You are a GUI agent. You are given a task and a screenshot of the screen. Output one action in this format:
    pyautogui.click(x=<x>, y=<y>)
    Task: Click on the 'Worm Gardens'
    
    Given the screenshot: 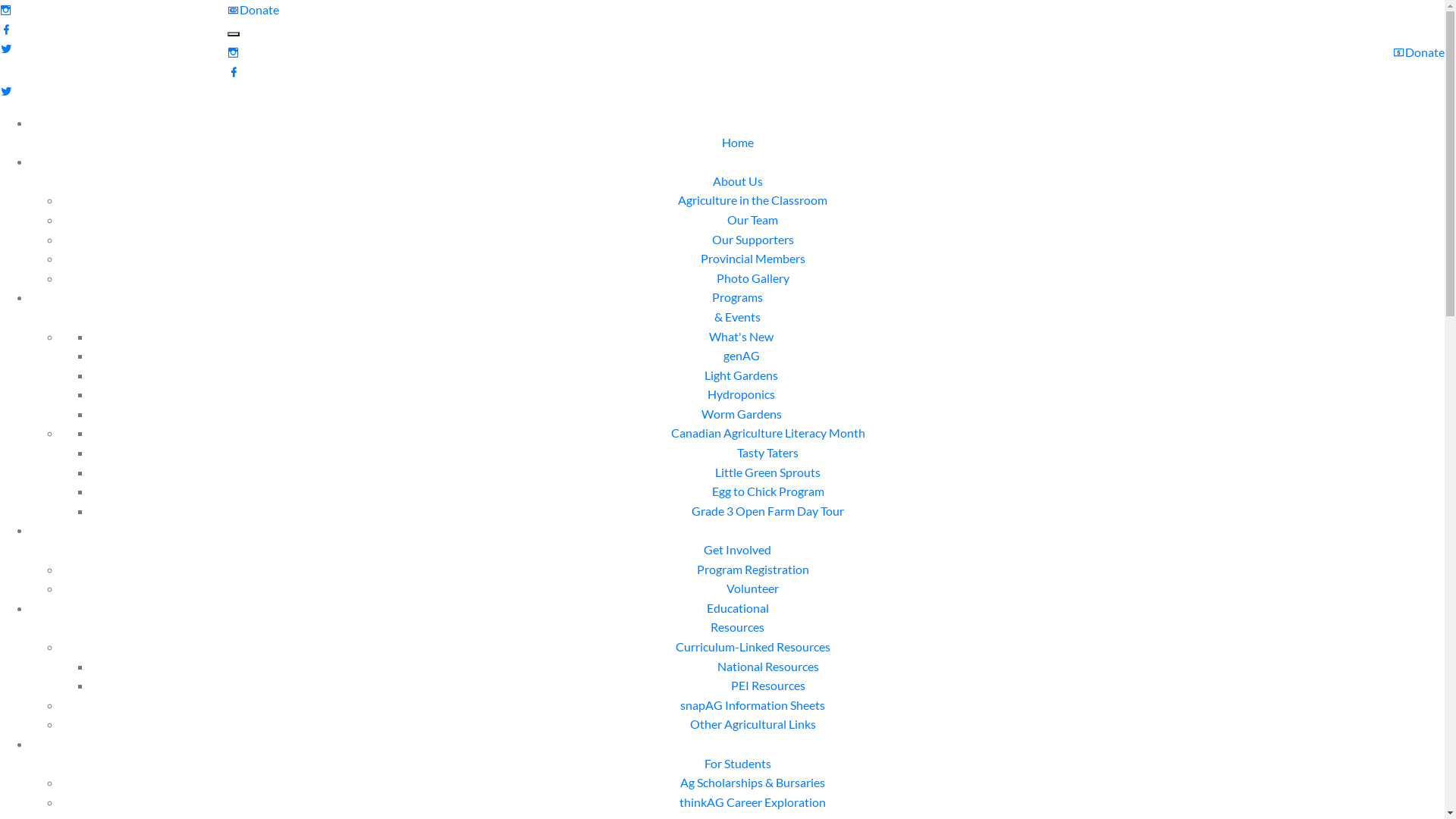 What is the action you would take?
    pyautogui.click(x=741, y=413)
    